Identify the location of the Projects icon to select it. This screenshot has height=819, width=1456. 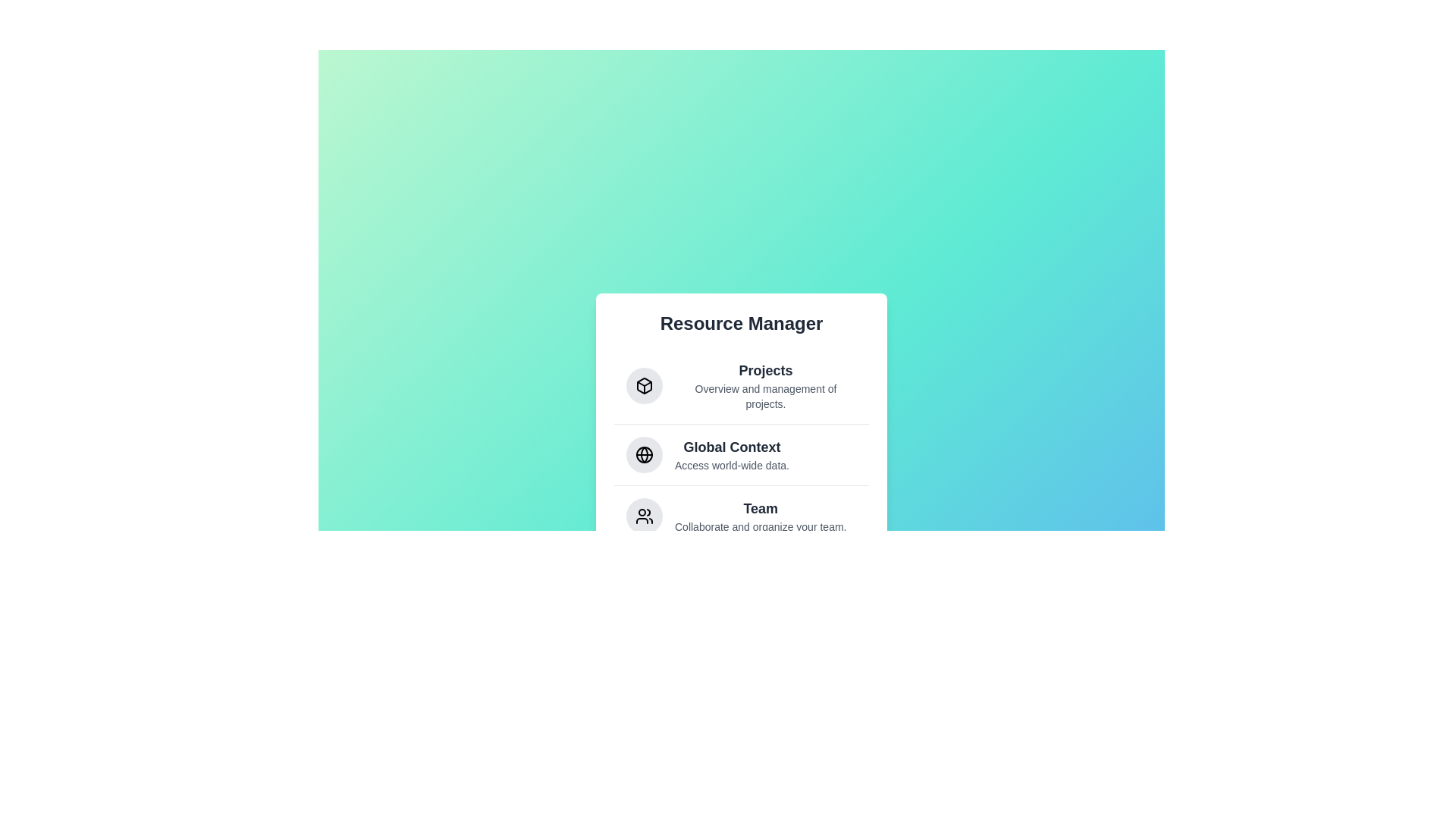
(644, 384).